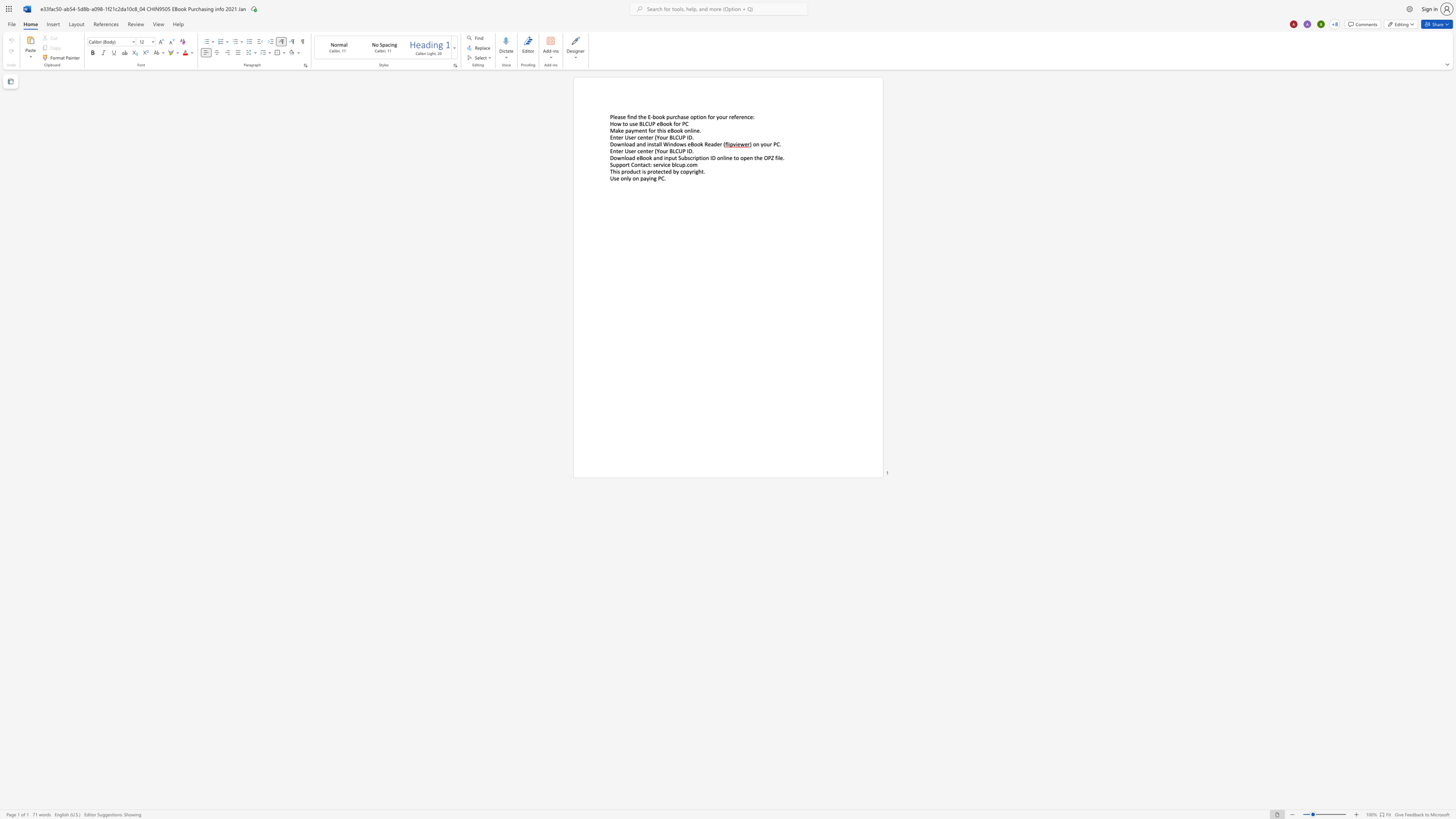 The image size is (1456, 819). I want to click on the 1th character "e" in the text, so click(619, 151).